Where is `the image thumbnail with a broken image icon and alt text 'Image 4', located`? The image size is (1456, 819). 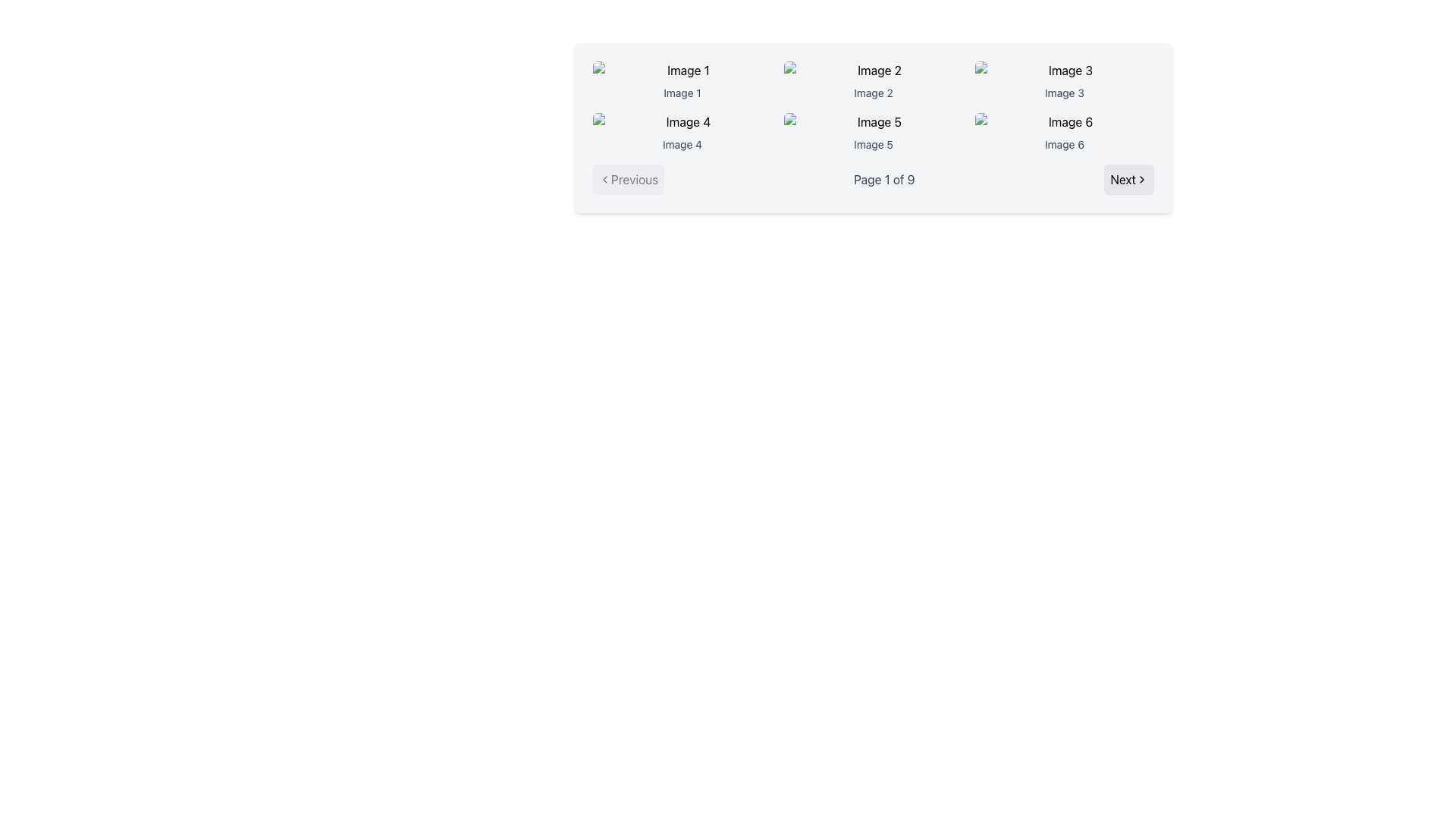
the image thumbnail with a broken image icon and alt text 'Image 4', located is located at coordinates (682, 121).